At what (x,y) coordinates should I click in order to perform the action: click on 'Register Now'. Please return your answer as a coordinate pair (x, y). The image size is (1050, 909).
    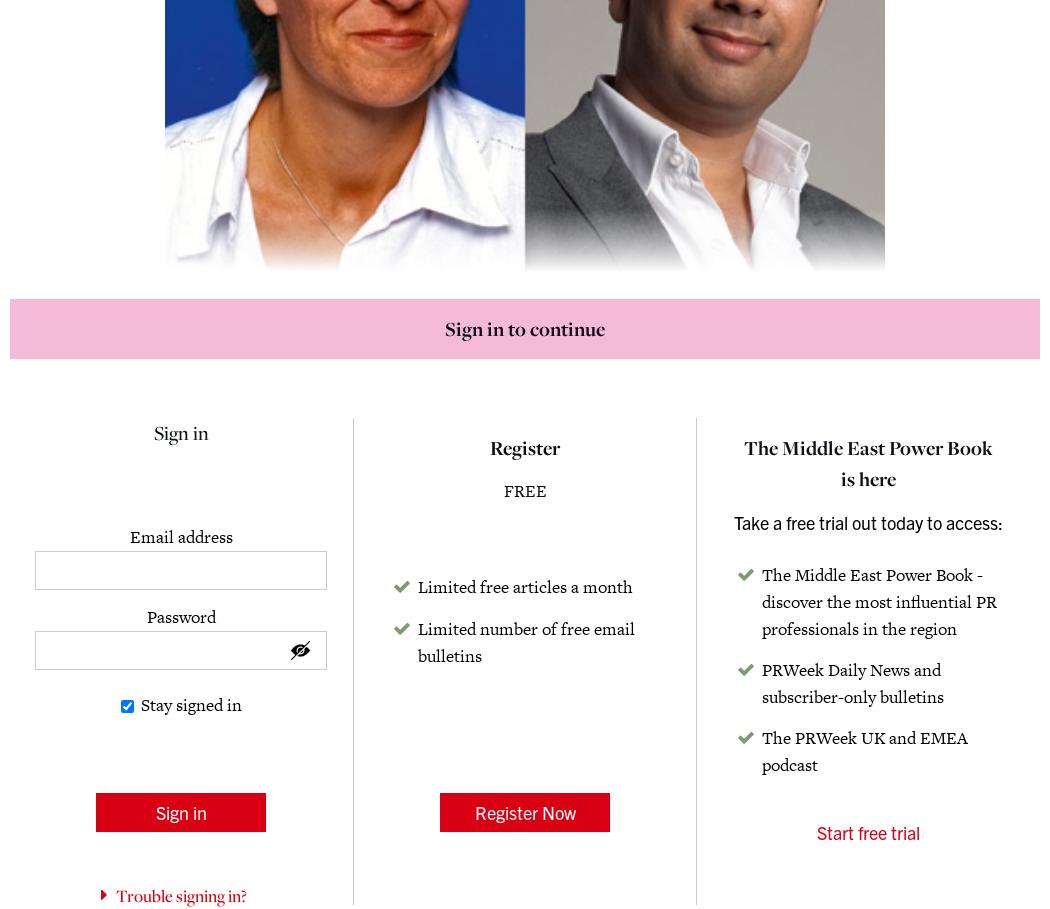
    Looking at the image, I should click on (523, 811).